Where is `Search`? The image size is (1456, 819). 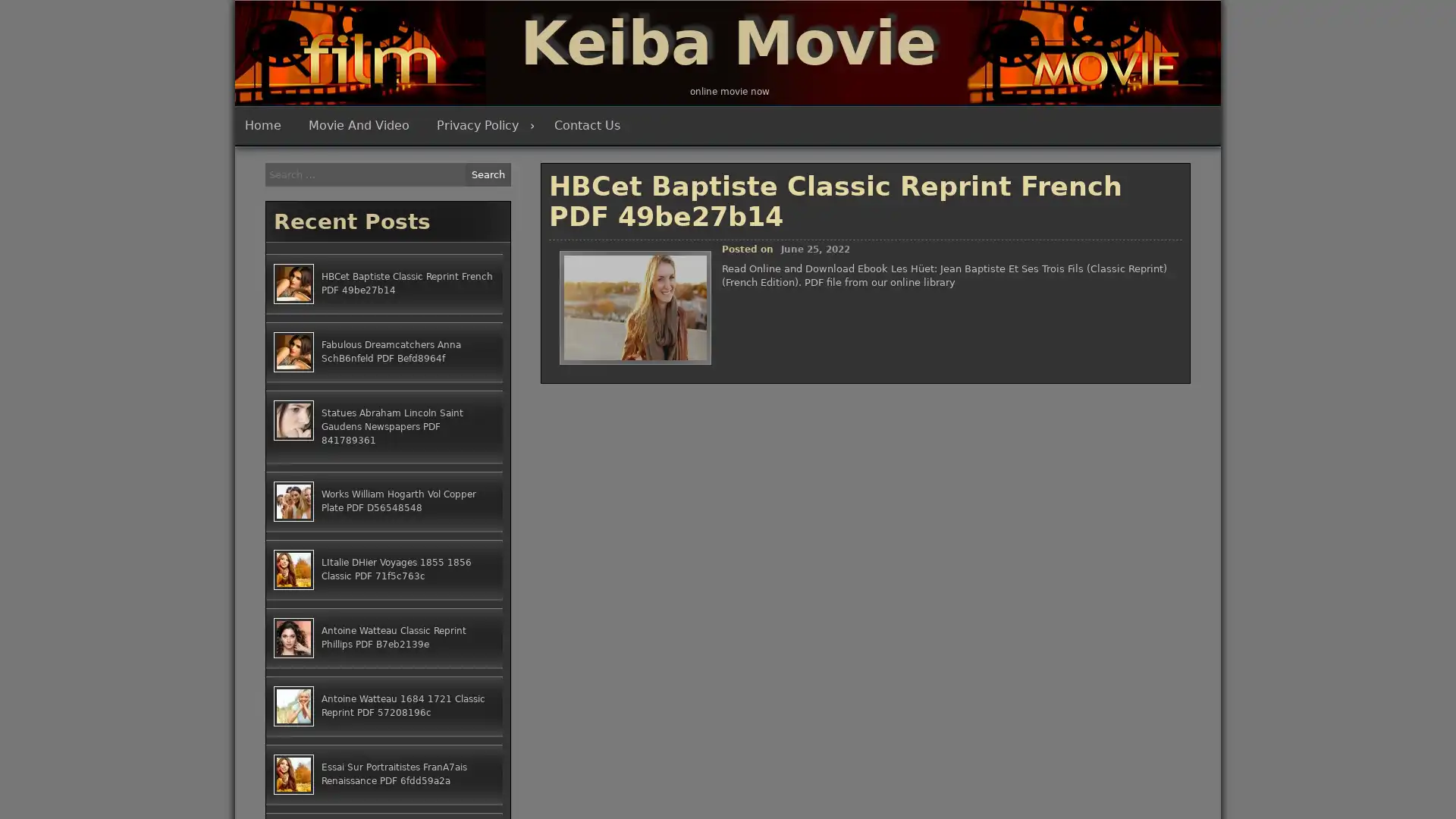
Search is located at coordinates (488, 174).